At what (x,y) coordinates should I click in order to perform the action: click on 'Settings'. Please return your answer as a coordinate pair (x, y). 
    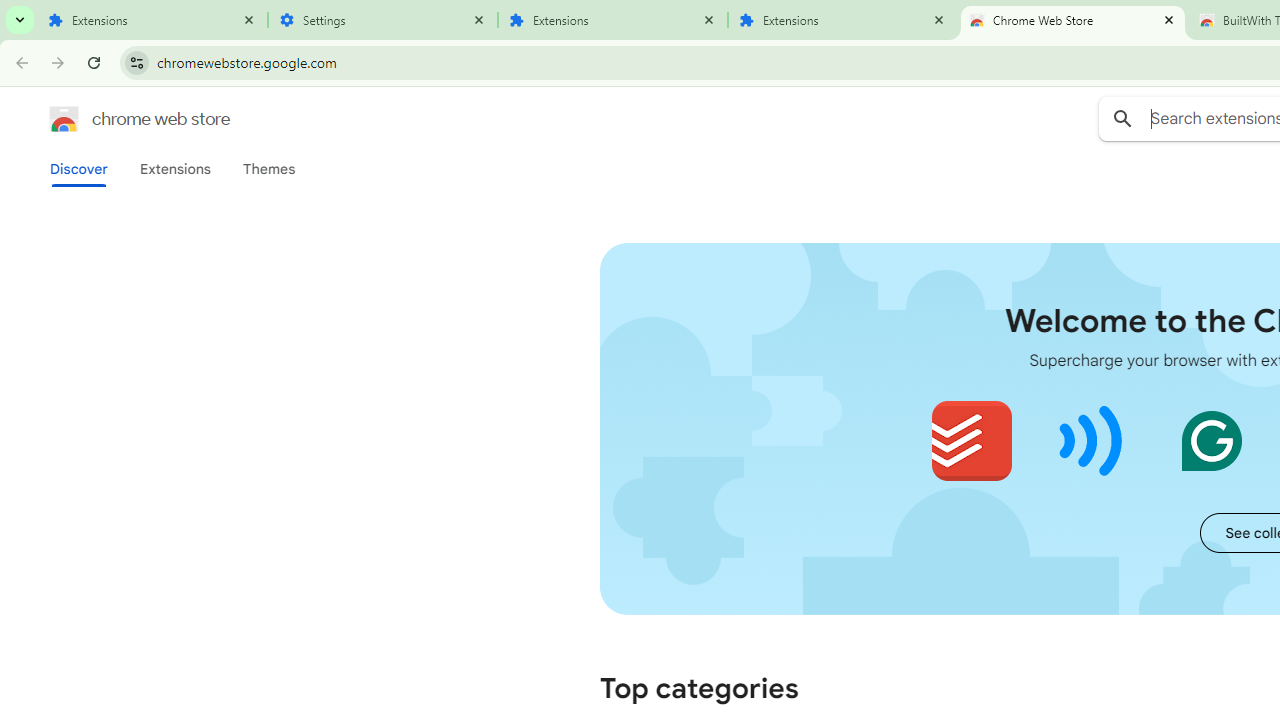
    Looking at the image, I should click on (382, 20).